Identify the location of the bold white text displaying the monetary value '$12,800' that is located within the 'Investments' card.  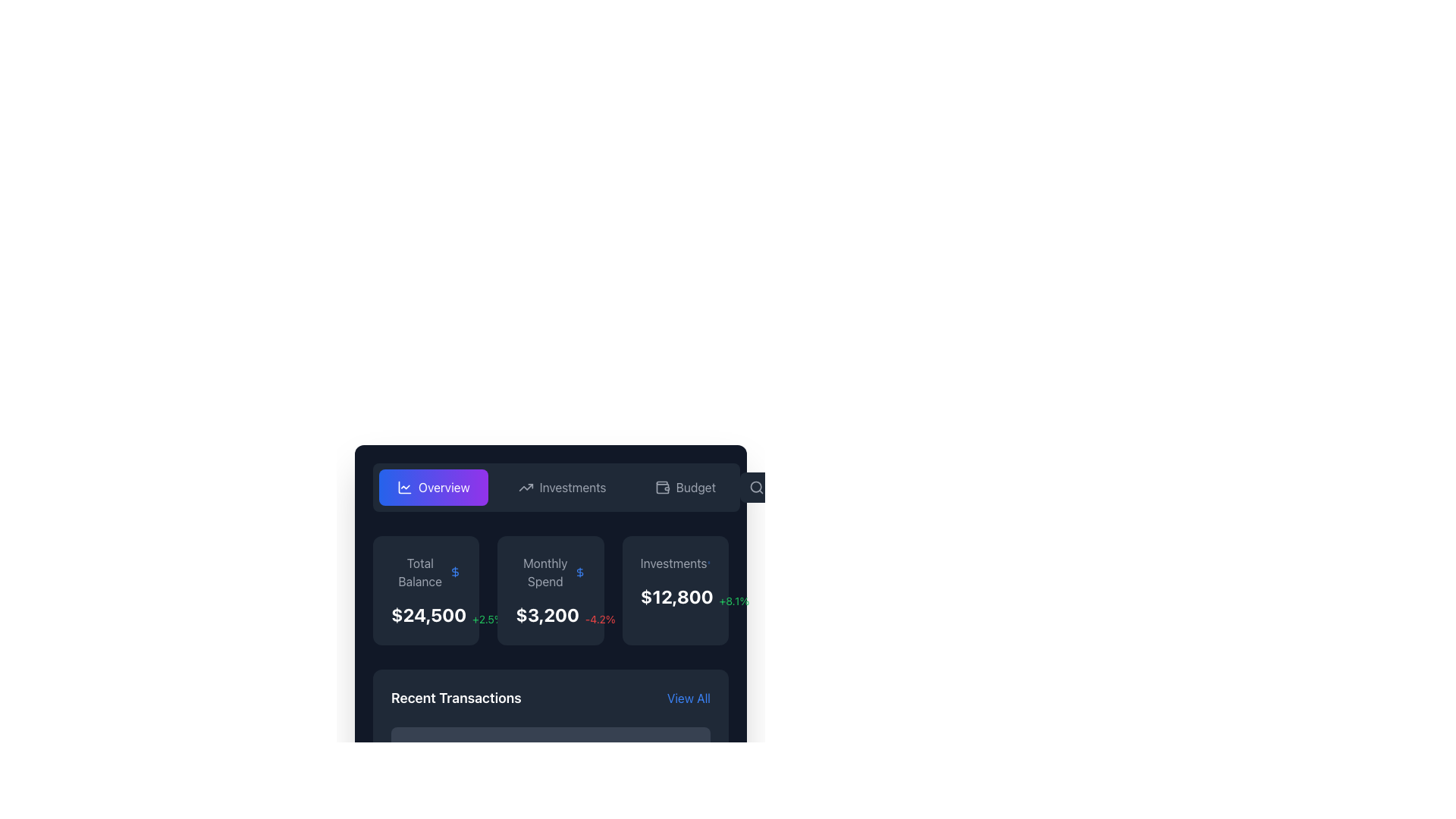
(674, 595).